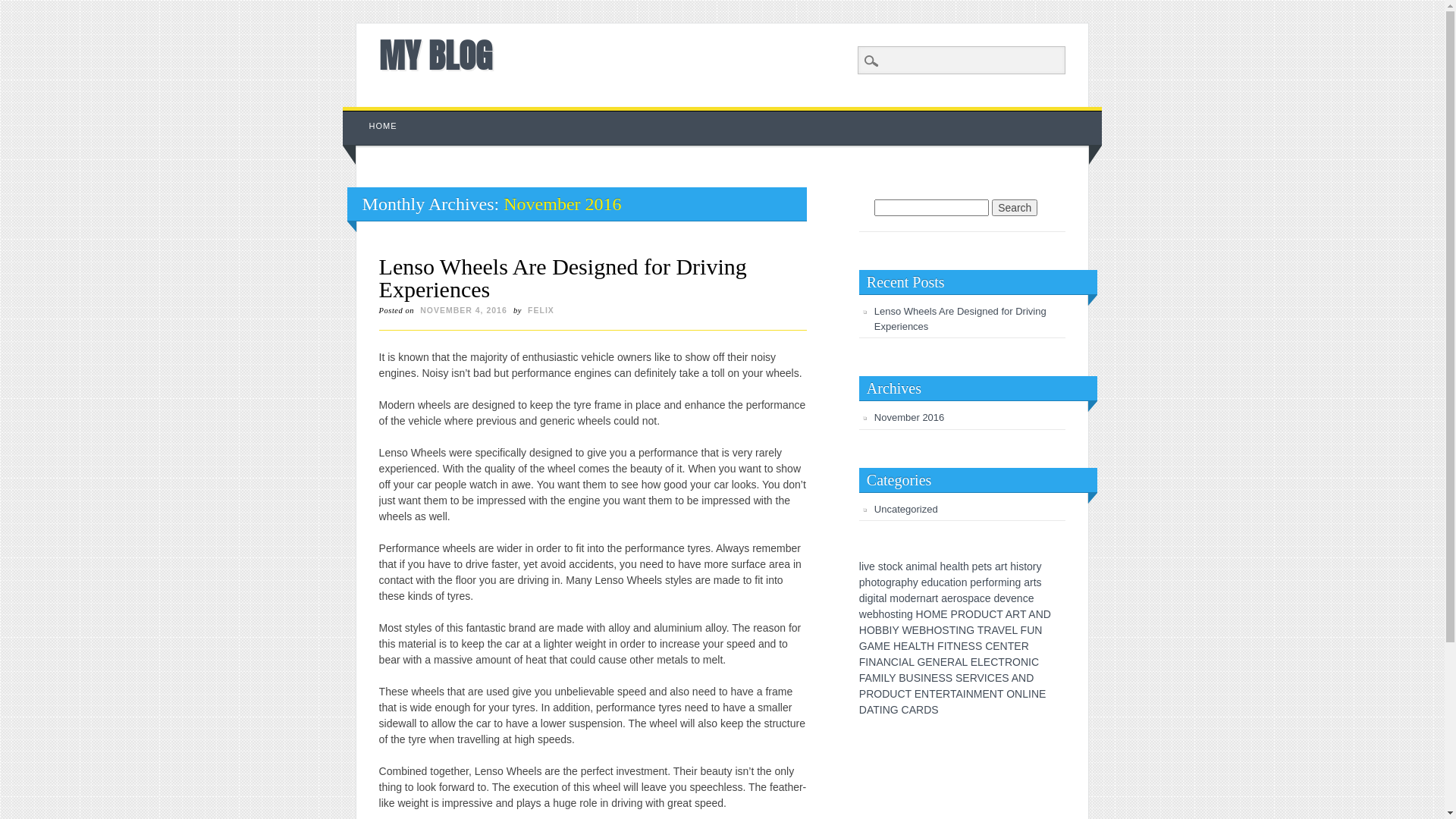 The width and height of the screenshot is (1456, 819). Describe the element at coordinates (896, 646) in the screenshot. I see `'H'` at that location.